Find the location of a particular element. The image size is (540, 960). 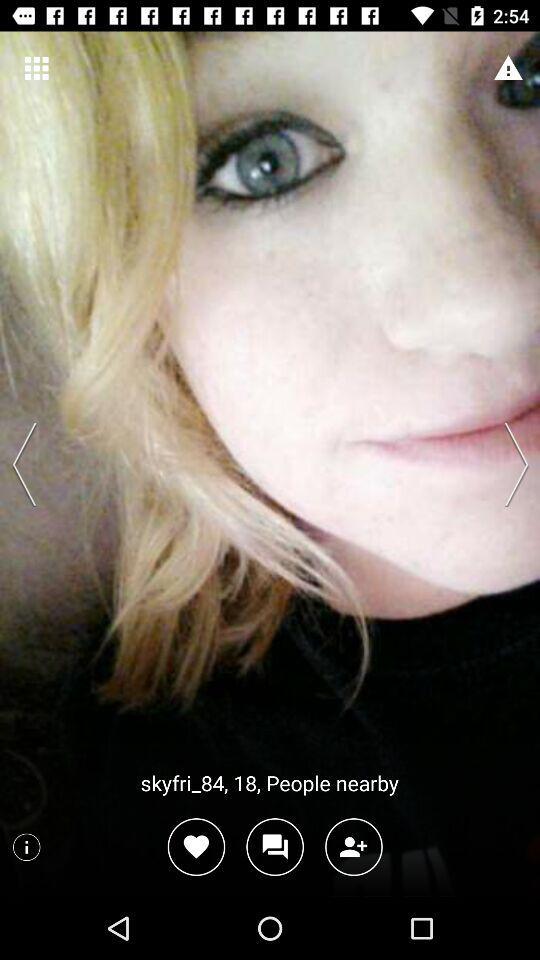

profile is located at coordinates (353, 846).